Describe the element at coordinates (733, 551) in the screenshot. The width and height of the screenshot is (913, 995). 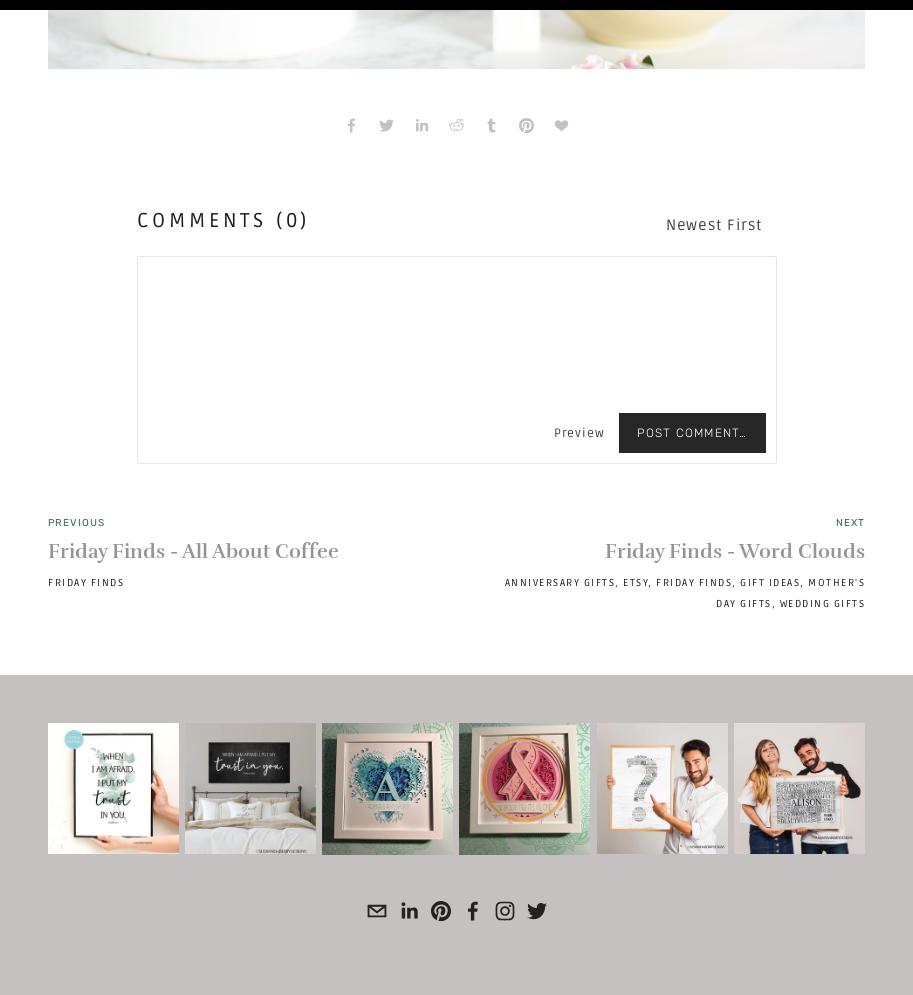
I see `'Friday Finds - Word Clouds'` at that location.